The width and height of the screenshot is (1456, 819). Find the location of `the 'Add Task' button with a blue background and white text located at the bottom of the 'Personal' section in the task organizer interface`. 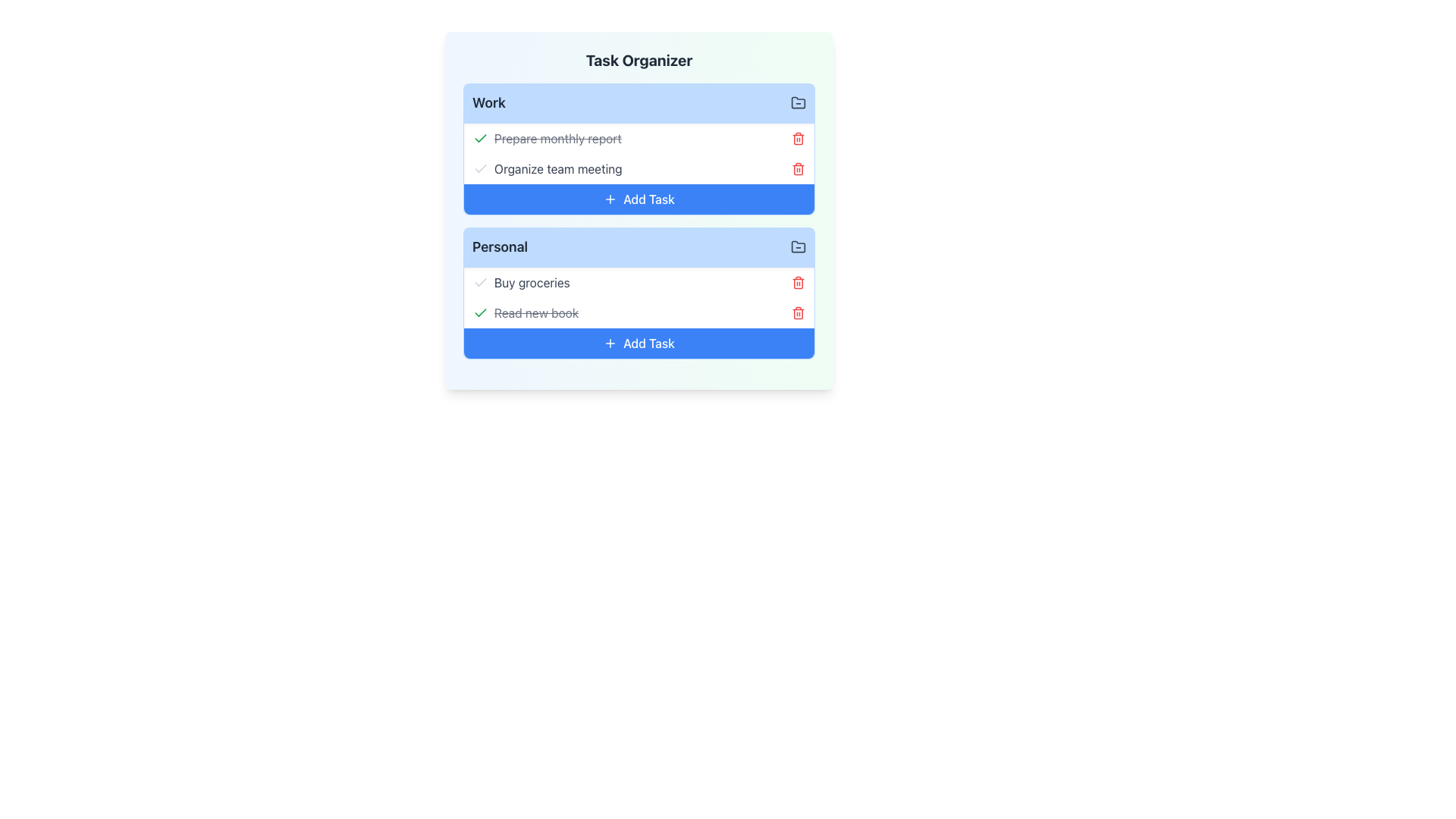

the 'Add Task' button with a blue background and white text located at the bottom of the 'Personal' section in the task organizer interface is located at coordinates (639, 343).